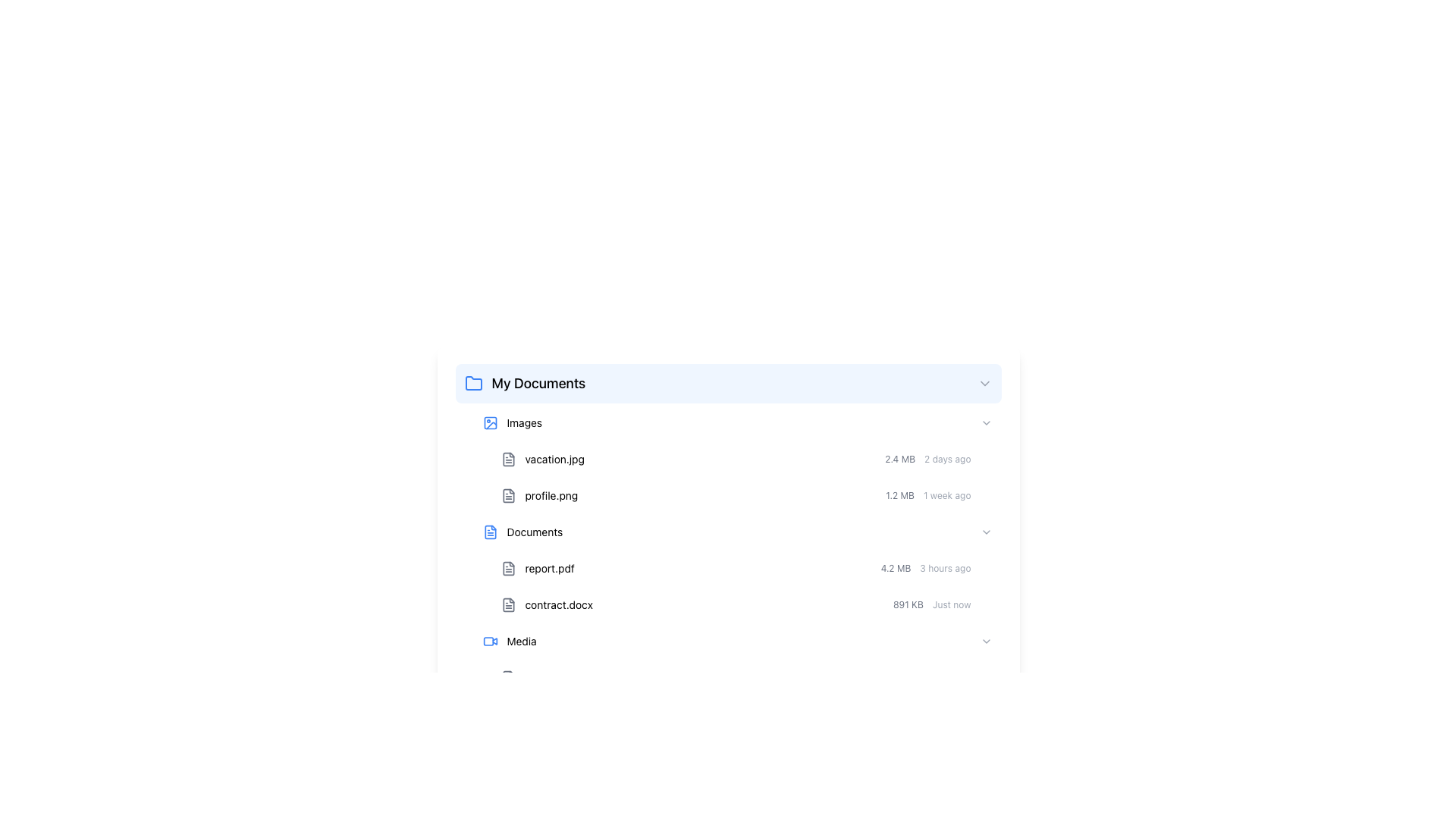 This screenshot has width=1456, height=819. Describe the element at coordinates (746, 604) in the screenshot. I see `the list item representing the file 'contract.docx', which is the second item under the 'Documents' section` at that location.